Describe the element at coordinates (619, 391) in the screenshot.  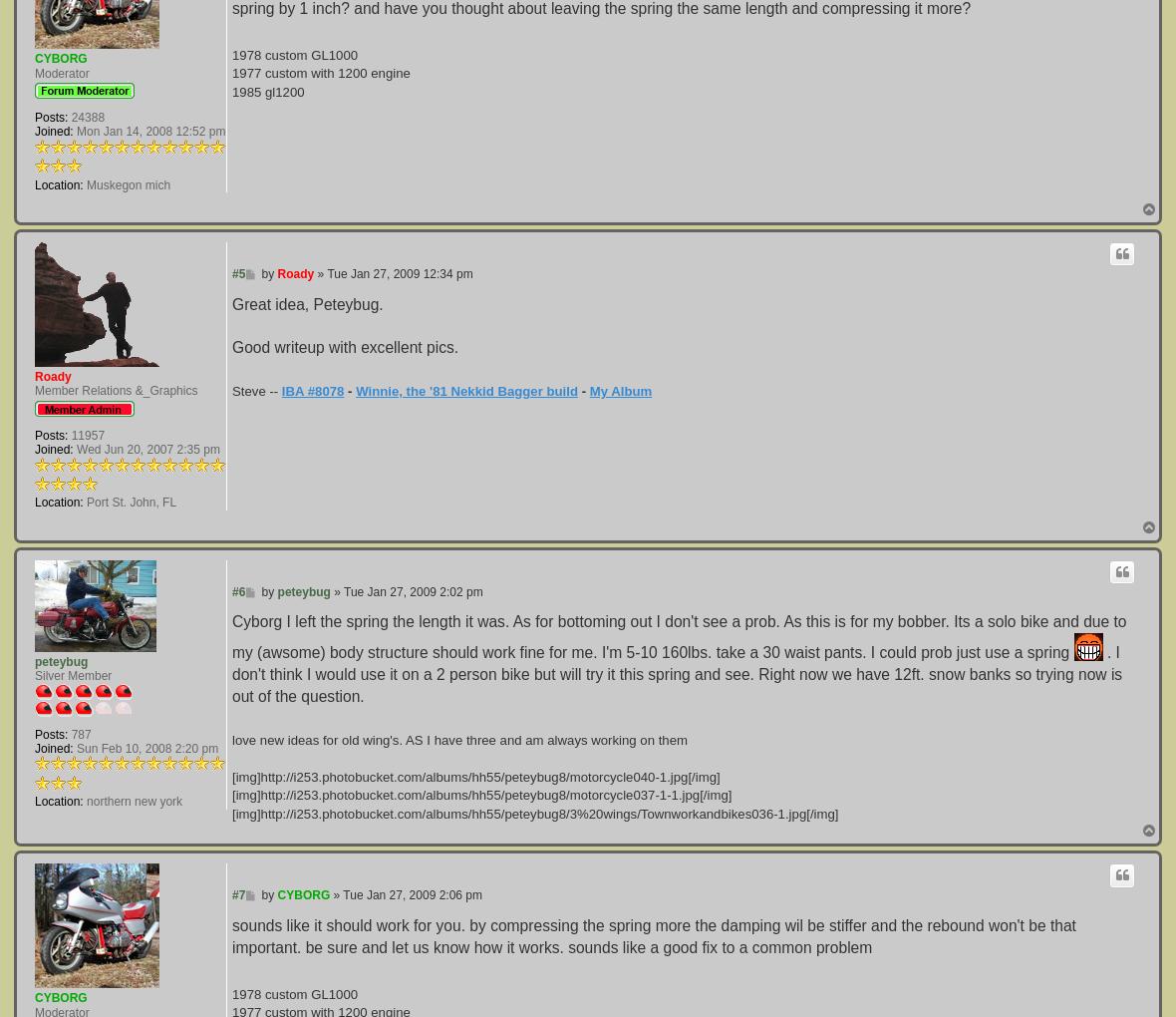
I see `'My Album'` at that location.